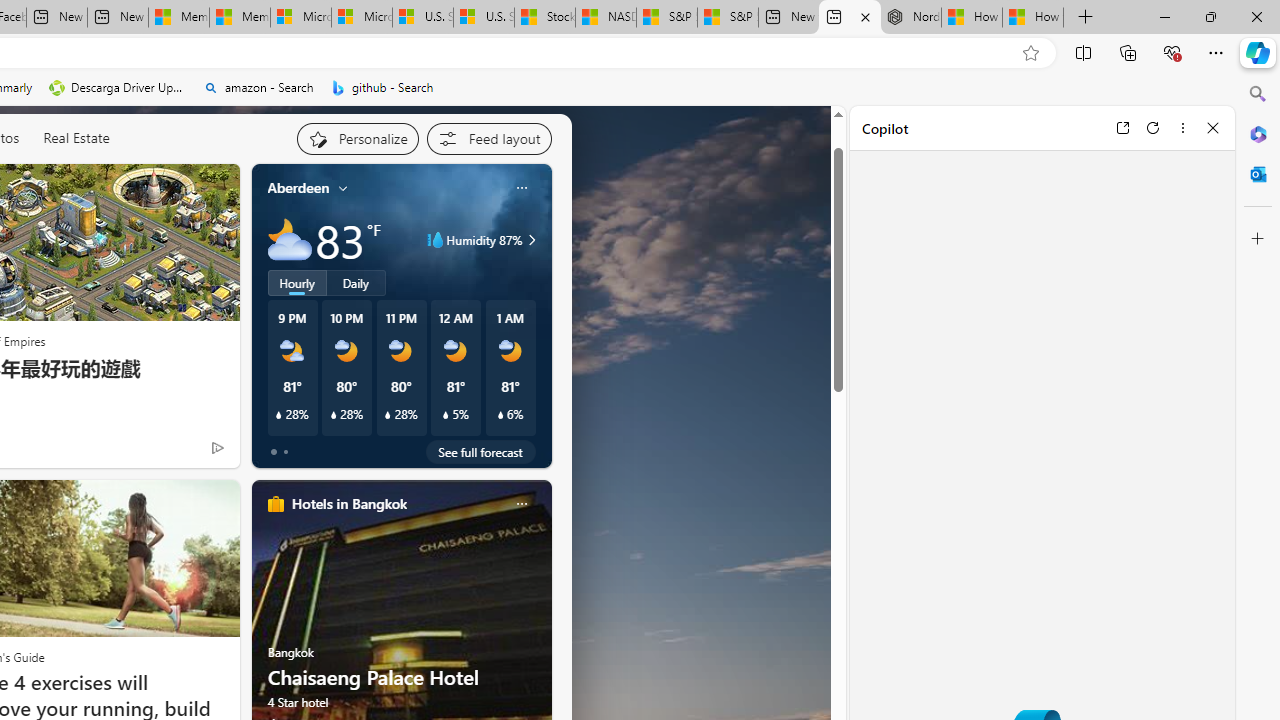 This screenshot has width=1280, height=720. I want to click on 'Aberdeen', so click(297, 188).